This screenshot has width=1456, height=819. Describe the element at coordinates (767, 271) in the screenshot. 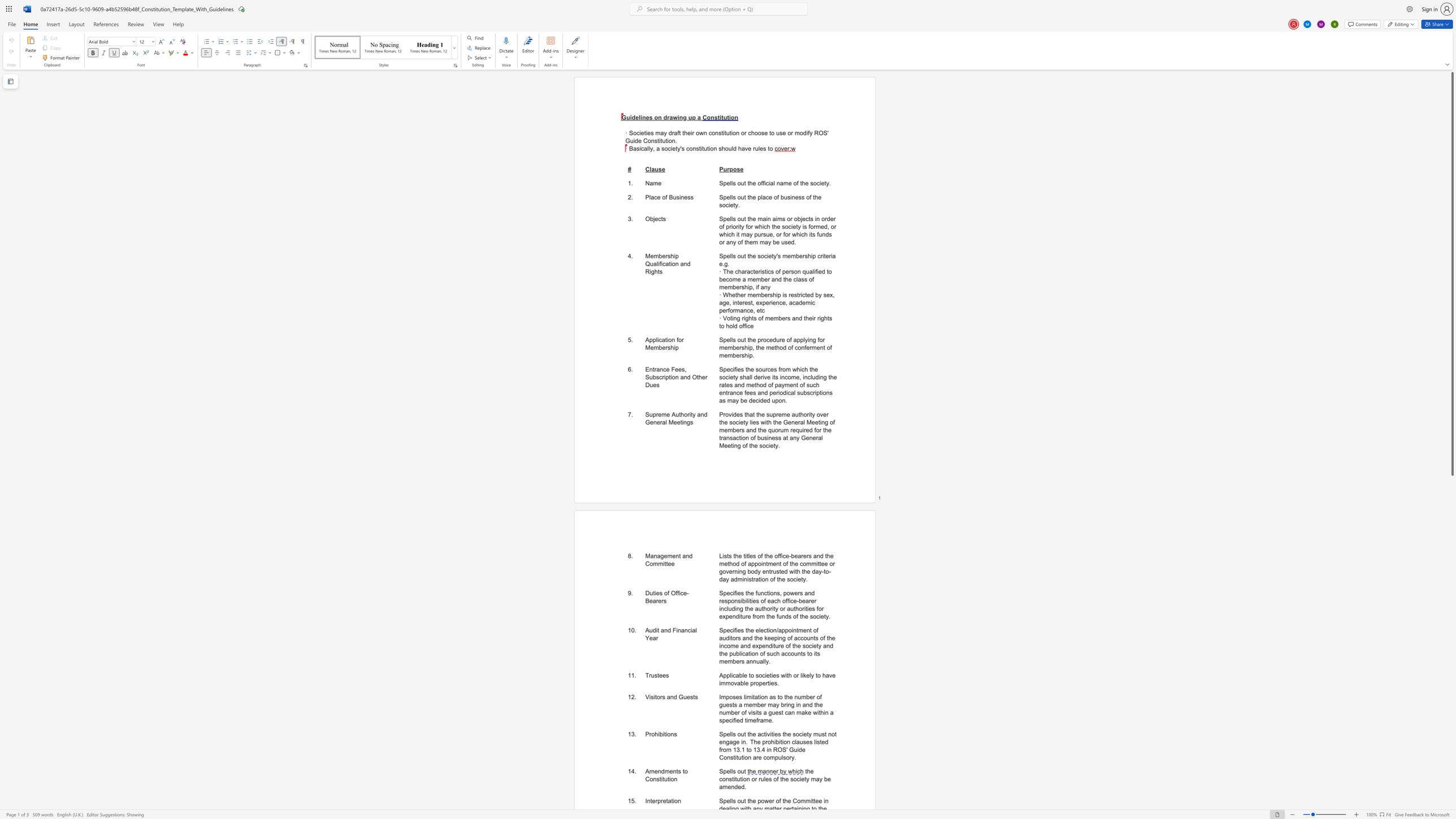

I see `the subset text "cs of" within the text "· The characteristics of person qualified to become a member and the class of membership, if any"` at that location.